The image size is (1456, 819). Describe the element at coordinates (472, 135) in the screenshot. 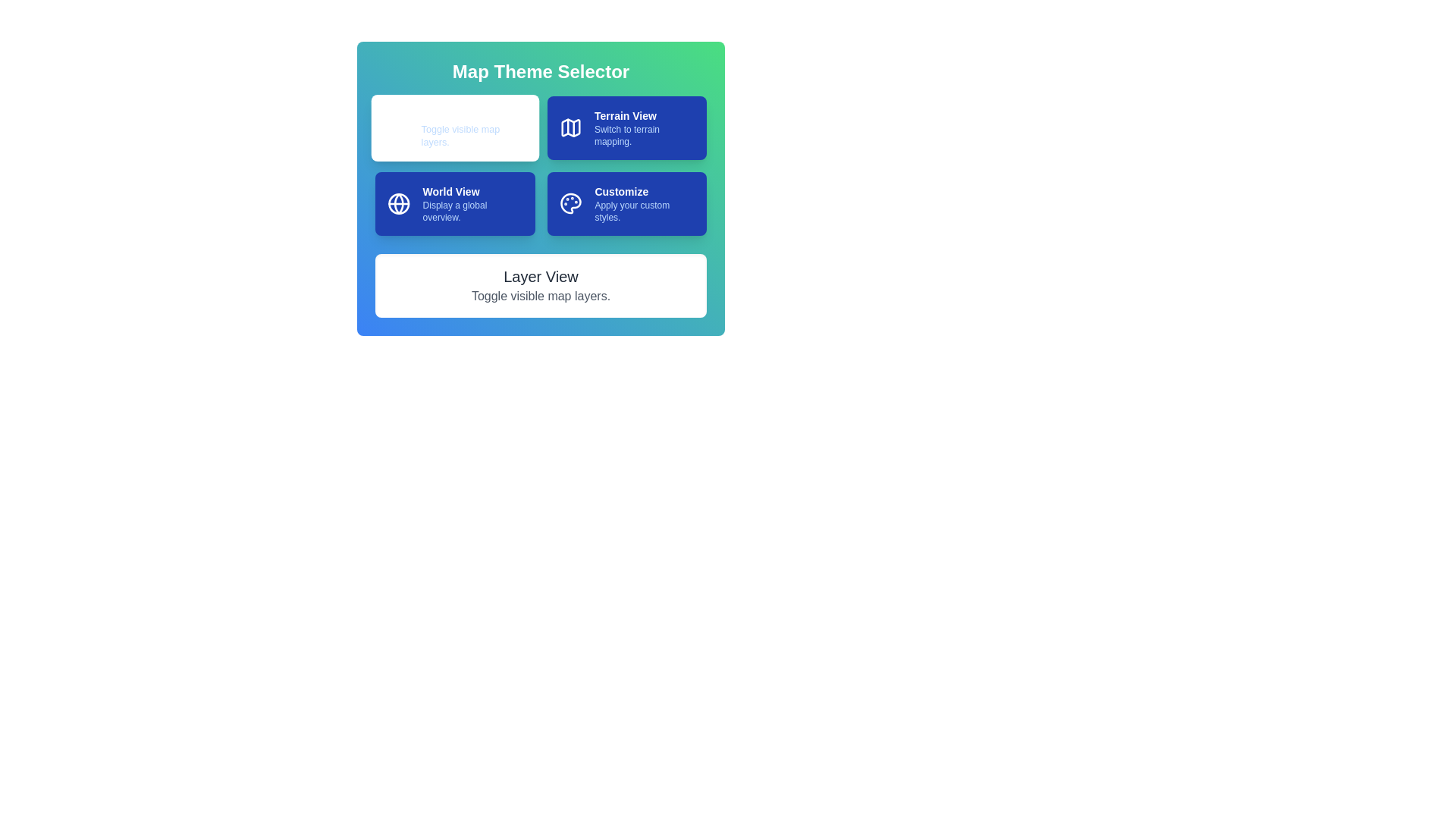

I see `the informational text located in the white rectangular box below the 'Layer View' text to read its content` at that location.